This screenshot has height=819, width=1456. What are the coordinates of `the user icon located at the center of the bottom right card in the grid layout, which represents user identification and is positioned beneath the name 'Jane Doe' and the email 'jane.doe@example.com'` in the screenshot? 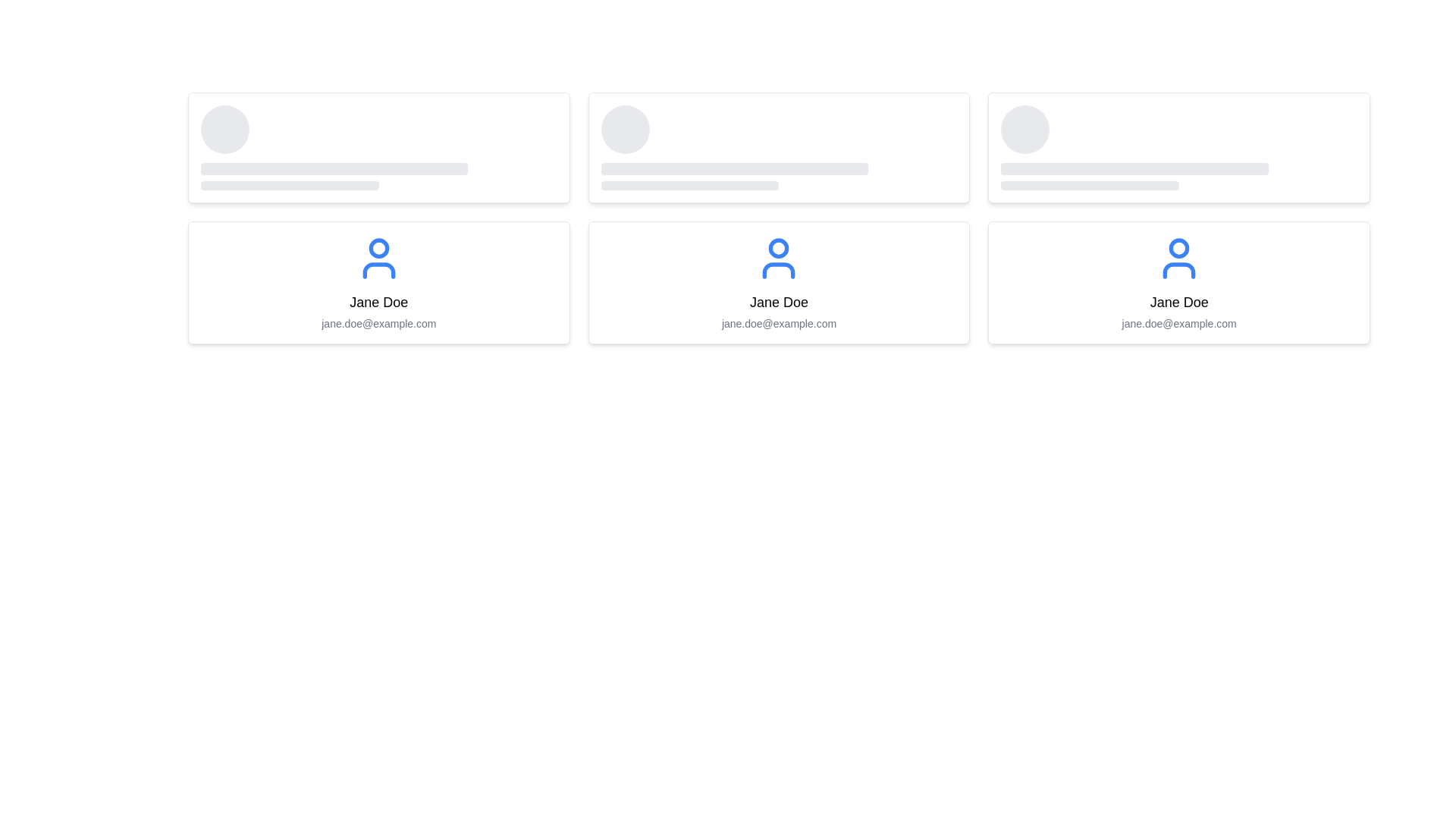 It's located at (1178, 257).